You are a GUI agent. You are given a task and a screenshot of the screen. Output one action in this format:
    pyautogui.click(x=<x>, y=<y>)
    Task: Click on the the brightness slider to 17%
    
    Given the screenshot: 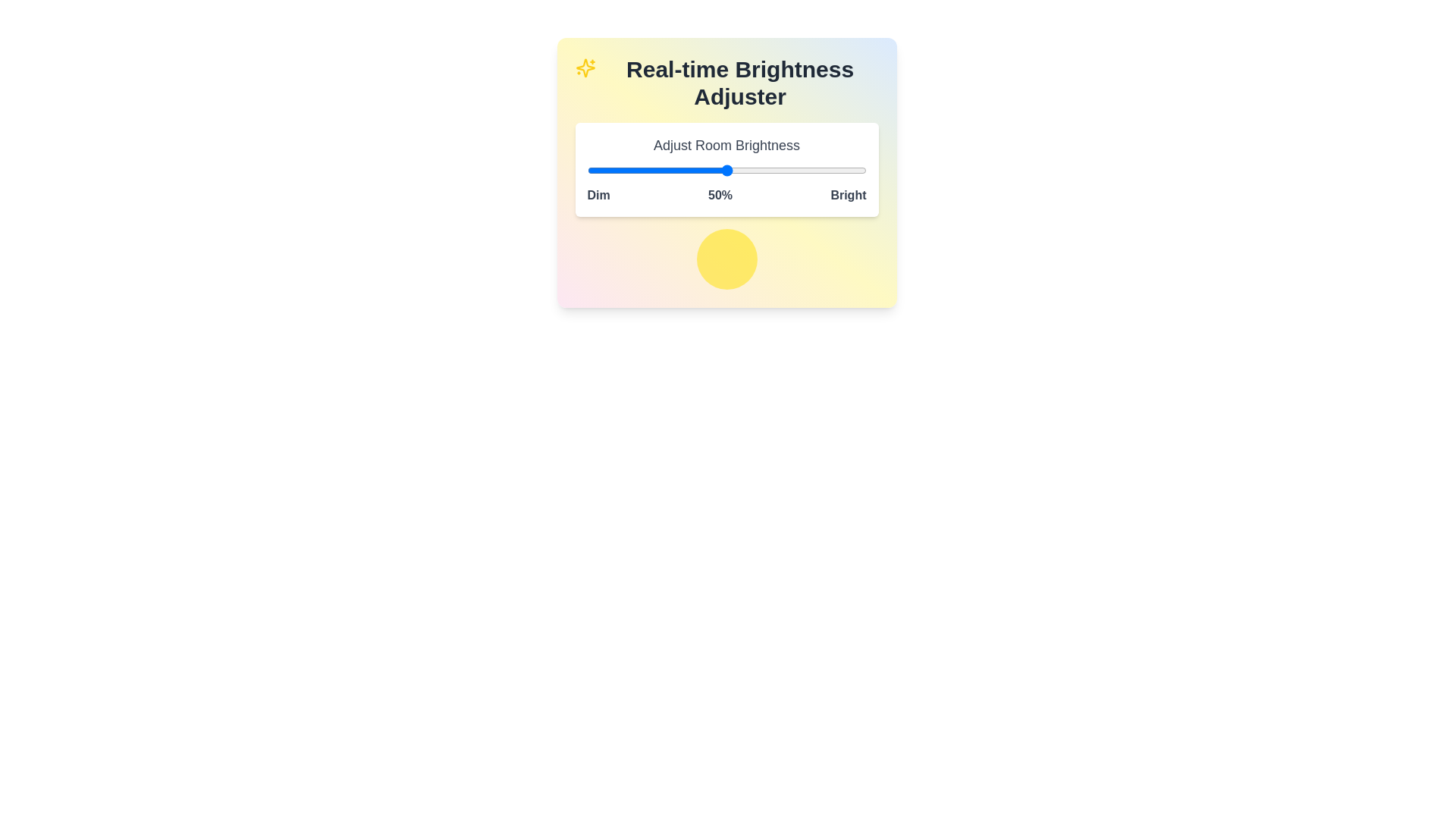 What is the action you would take?
    pyautogui.click(x=635, y=170)
    